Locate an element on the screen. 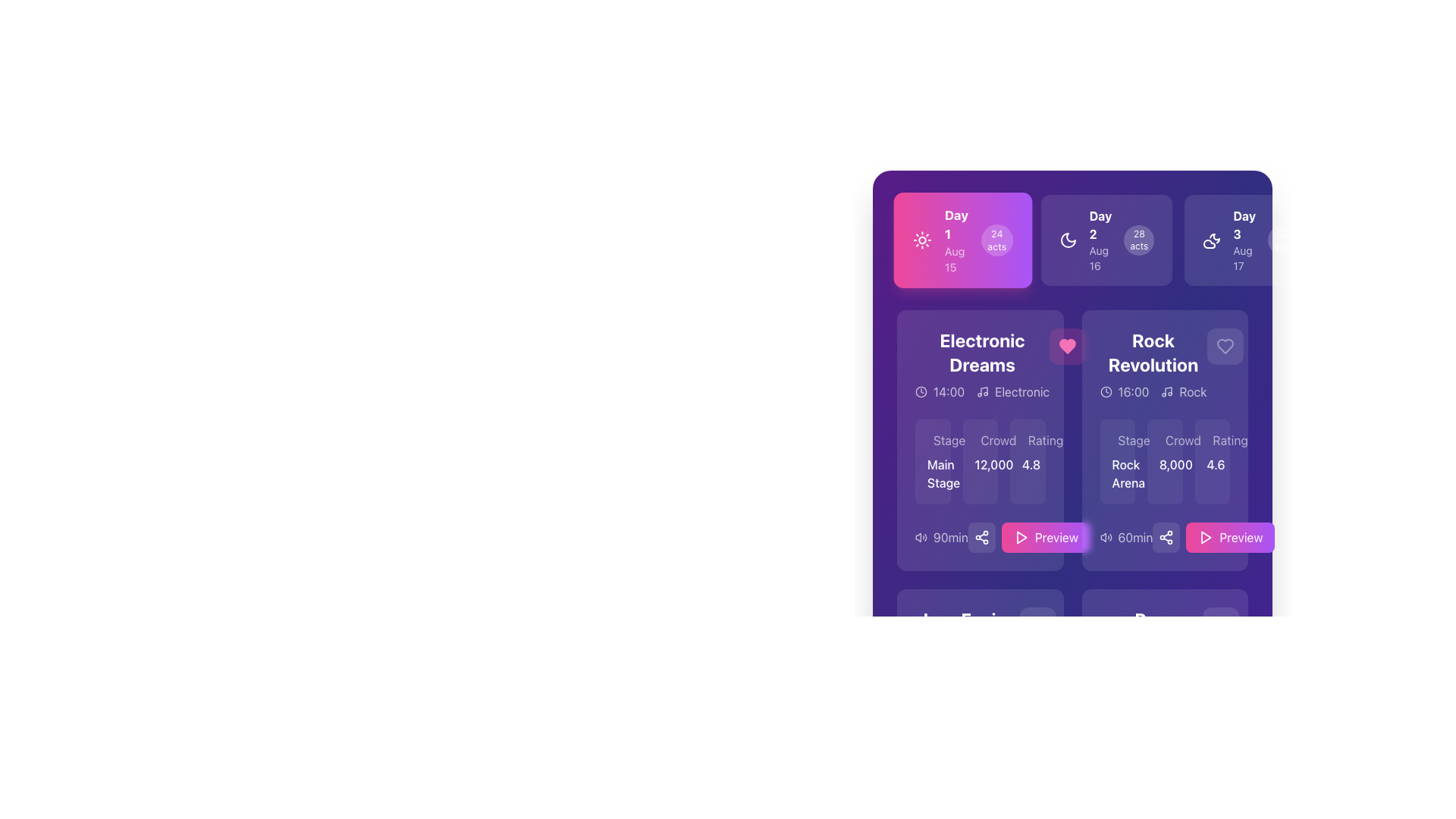 This screenshot has width=1456, height=819. the 'Preview' button located at the bottom-right corner of the 'Rock Revolution' card, which allows users is located at coordinates (1241, 537).